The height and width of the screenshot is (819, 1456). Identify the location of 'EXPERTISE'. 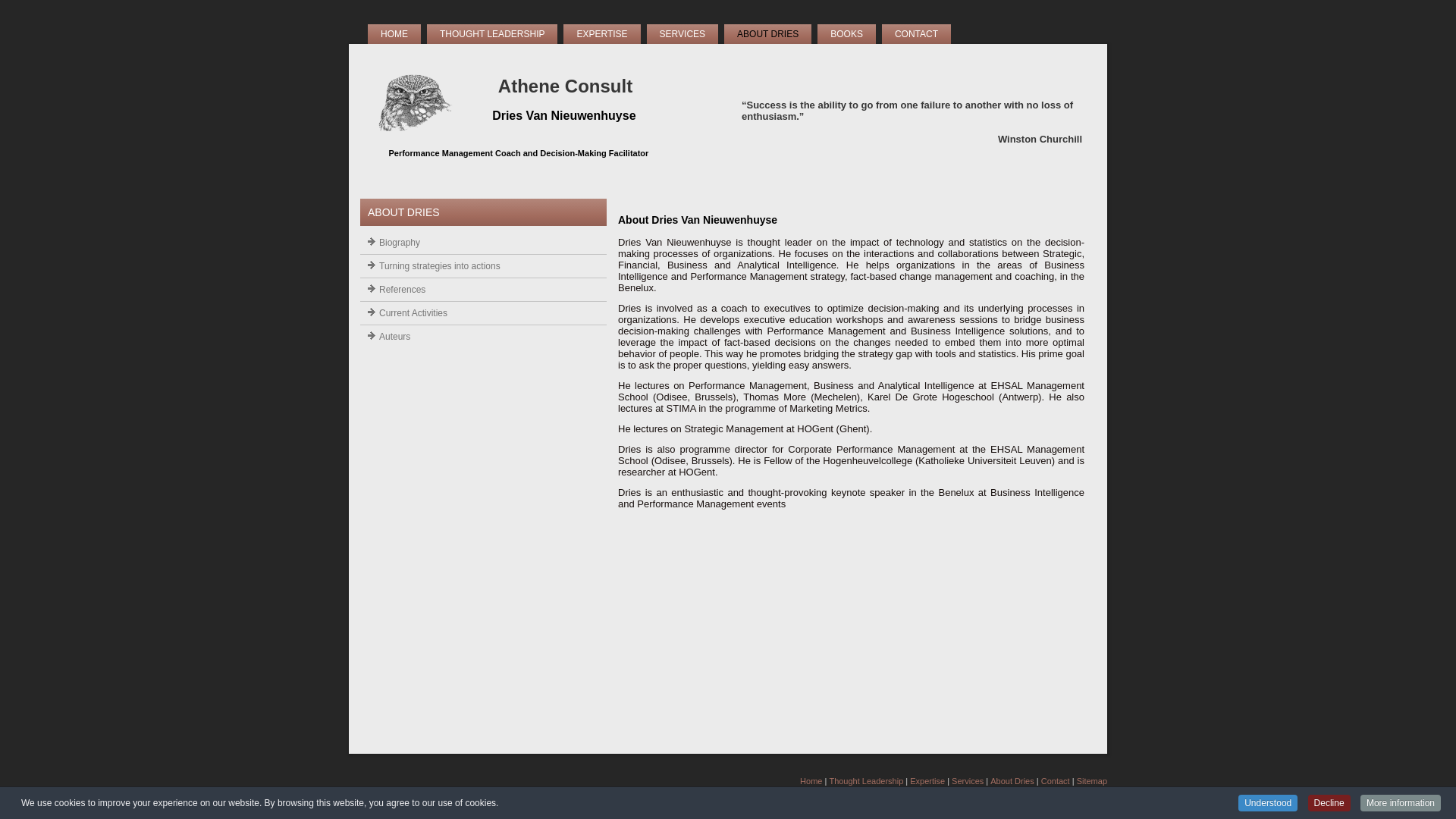
(601, 34).